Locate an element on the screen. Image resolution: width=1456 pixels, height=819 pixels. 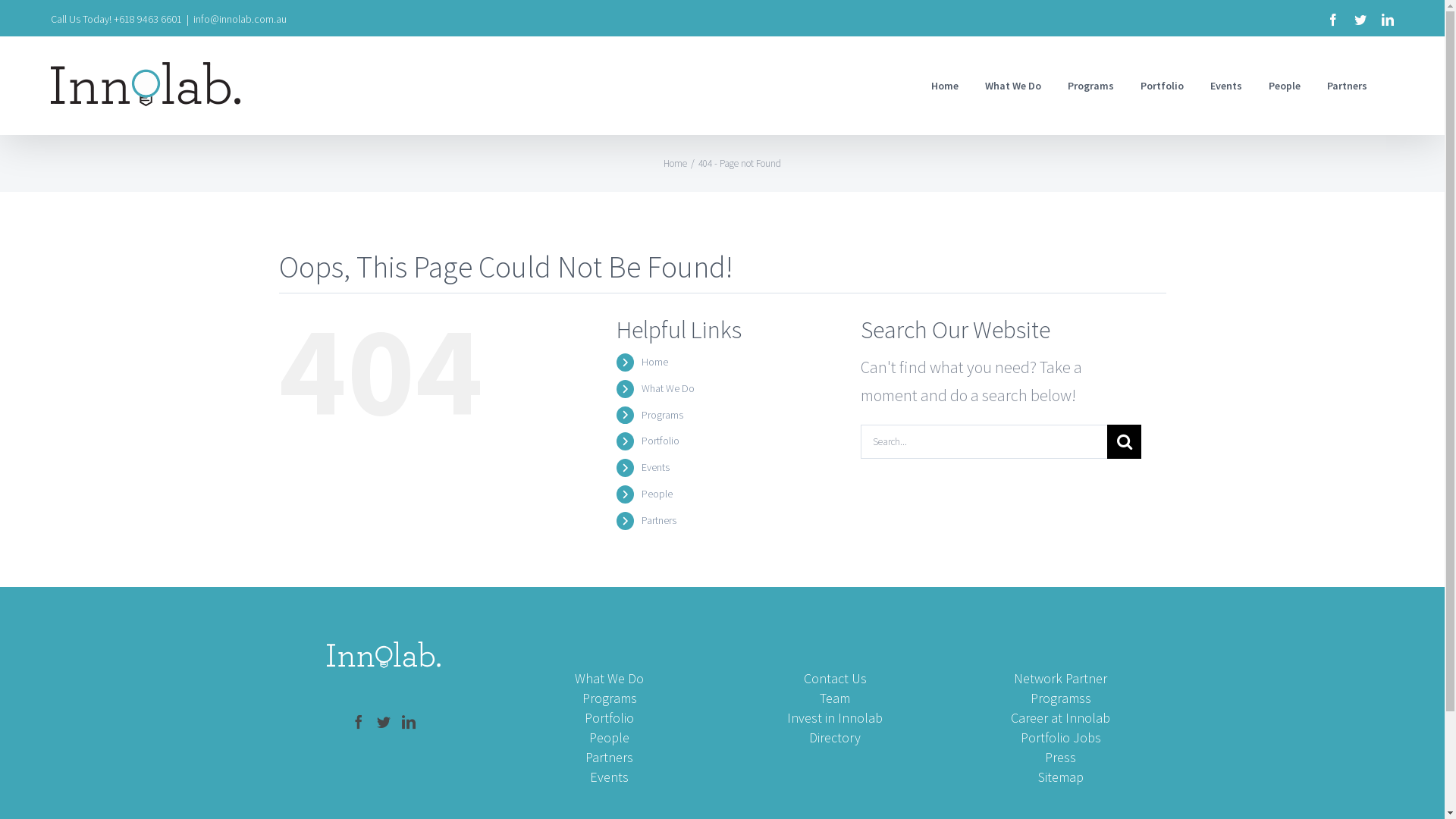
'What We Do' is located at coordinates (667, 388).